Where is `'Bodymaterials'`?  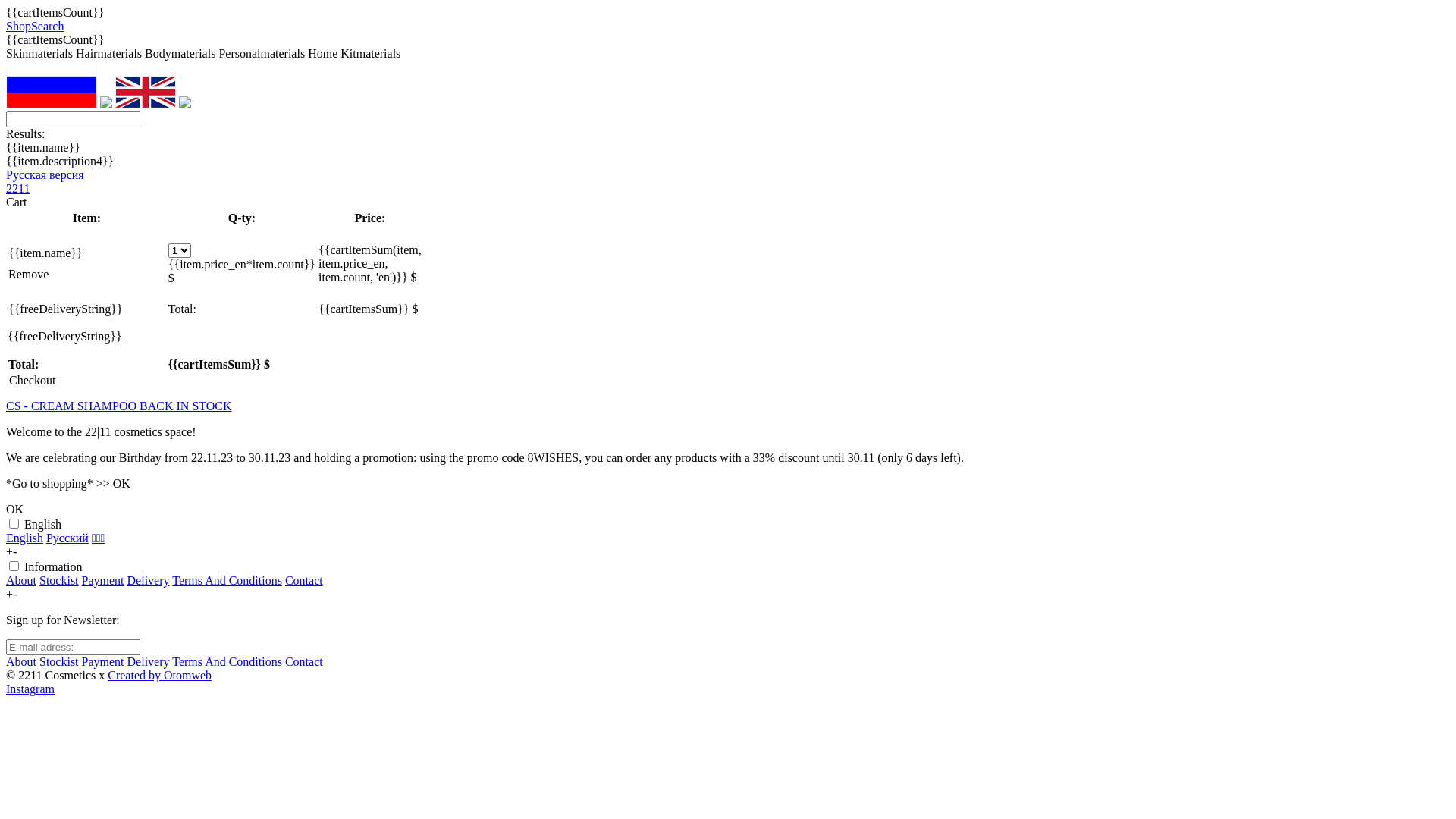 'Bodymaterials' is located at coordinates (180, 52).